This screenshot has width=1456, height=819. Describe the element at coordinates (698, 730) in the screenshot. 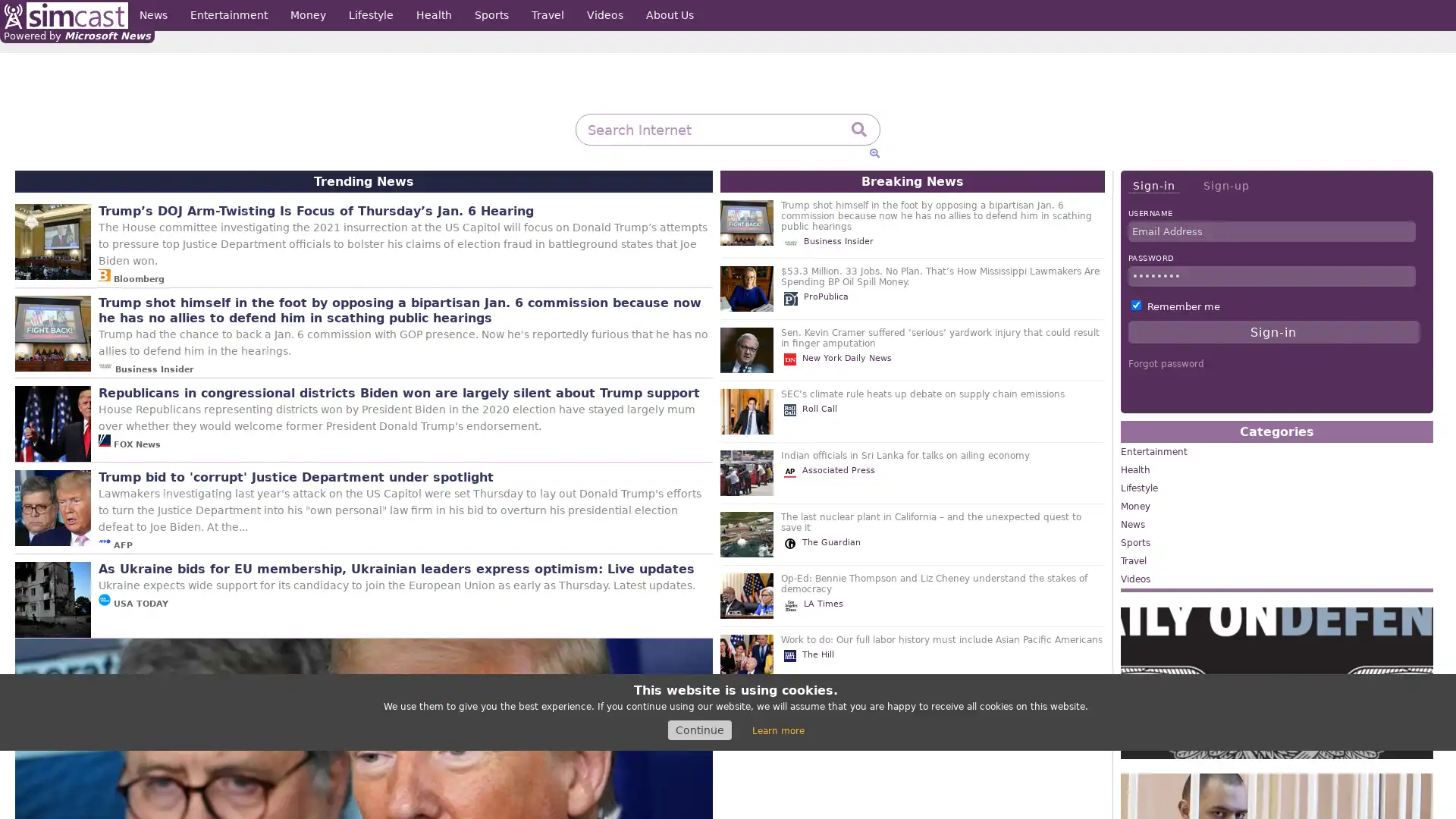

I see `Continue` at that location.